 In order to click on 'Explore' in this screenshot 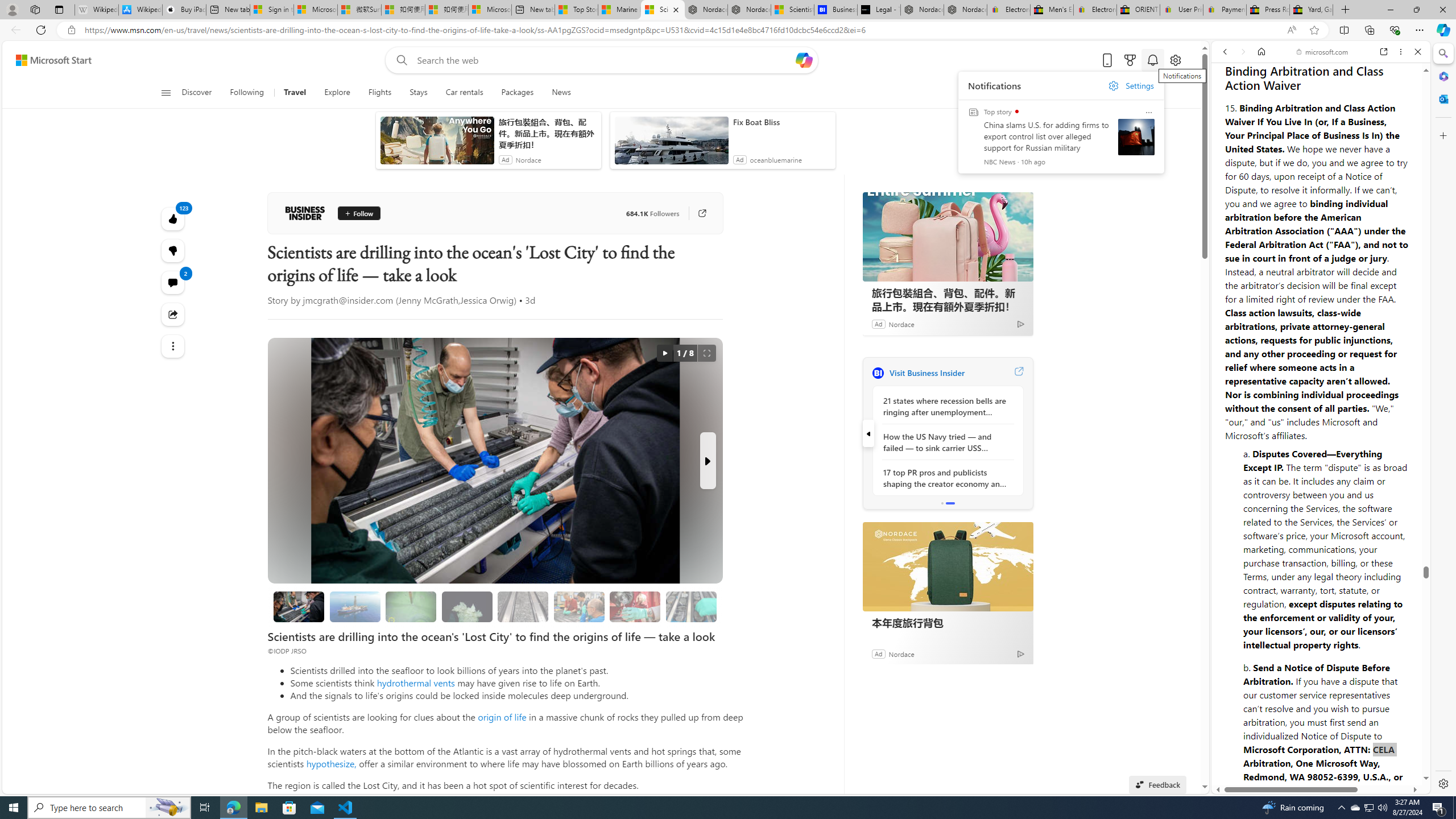, I will do `click(337, 92)`.